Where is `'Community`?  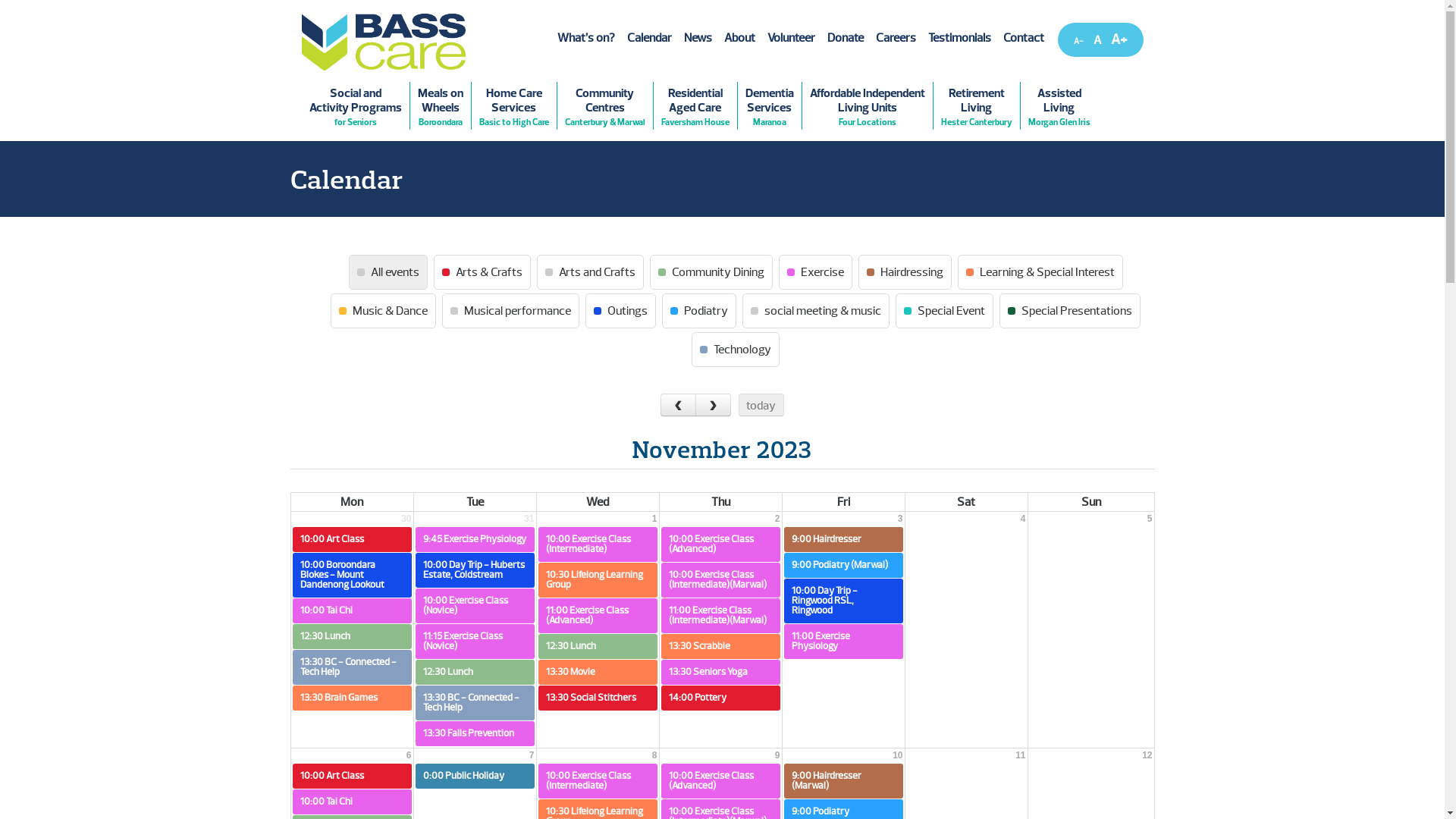
'Community is located at coordinates (603, 105).